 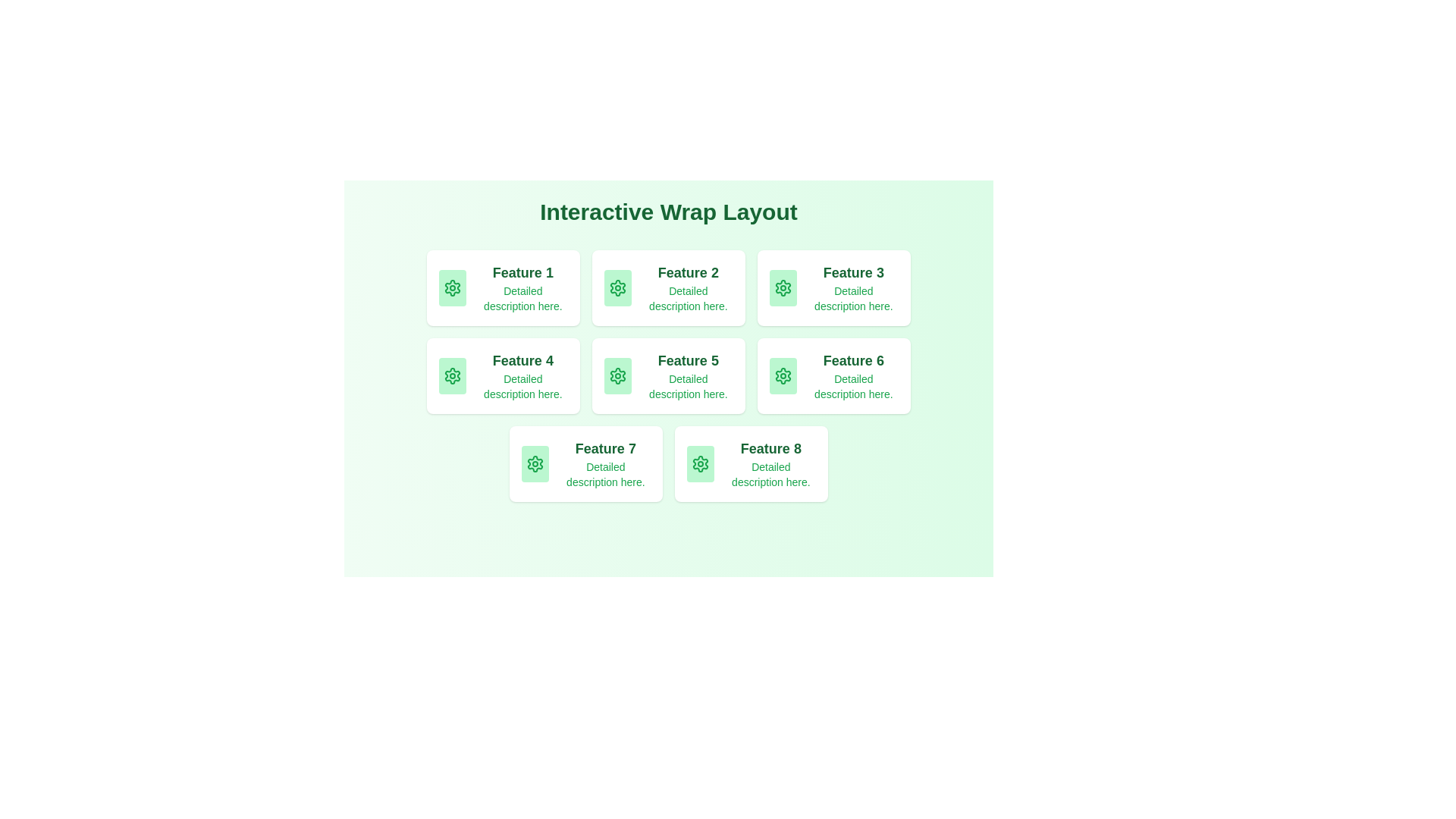 What do you see at coordinates (451, 288) in the screenshot?
I see `the small square-shaped icon with a soft green background and a circular settings gear symbol, located in the top-left segment of the grid layout under 'Interactive Wrap Layout', aligned with 'Feature 1'` at bounding box center [451, 288].